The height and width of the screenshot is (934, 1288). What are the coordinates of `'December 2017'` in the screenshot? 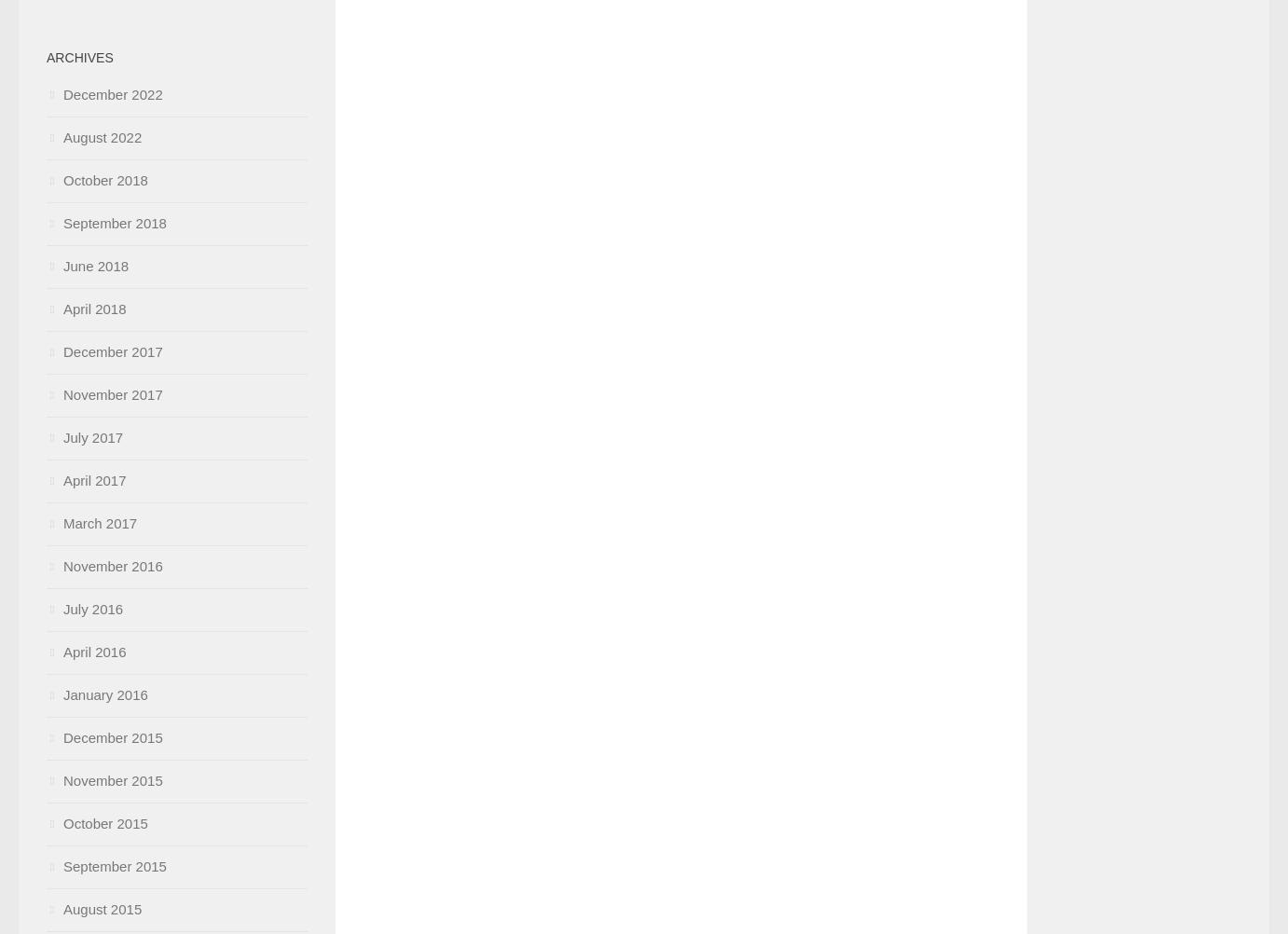 It's located at (113, 351).